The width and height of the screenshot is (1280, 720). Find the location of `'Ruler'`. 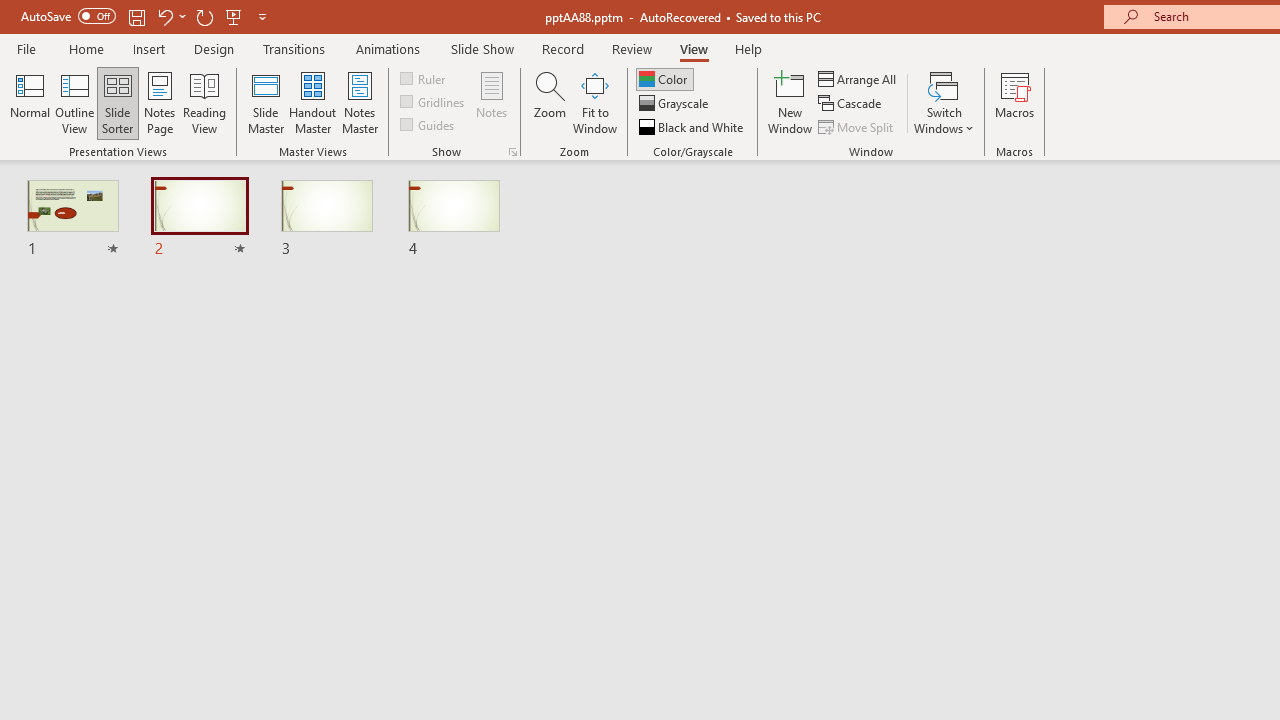

'Ruler' is located at coordinates (423, 77).